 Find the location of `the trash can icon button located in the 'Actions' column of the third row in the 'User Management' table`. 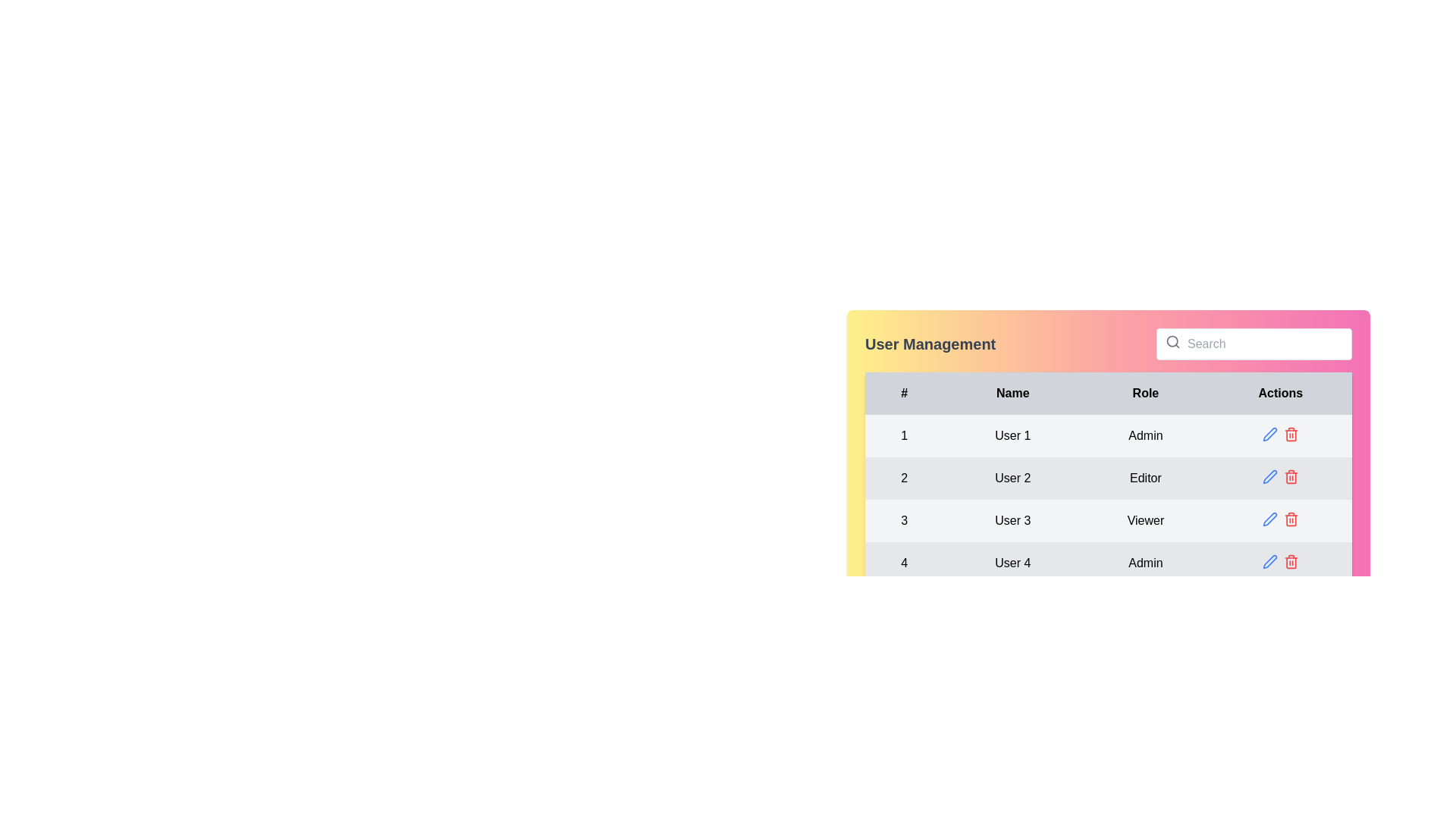

the trash can icon button located in the 'Actions' column of the third row in the 'User Management' table is located at coordinates (1290, 519).